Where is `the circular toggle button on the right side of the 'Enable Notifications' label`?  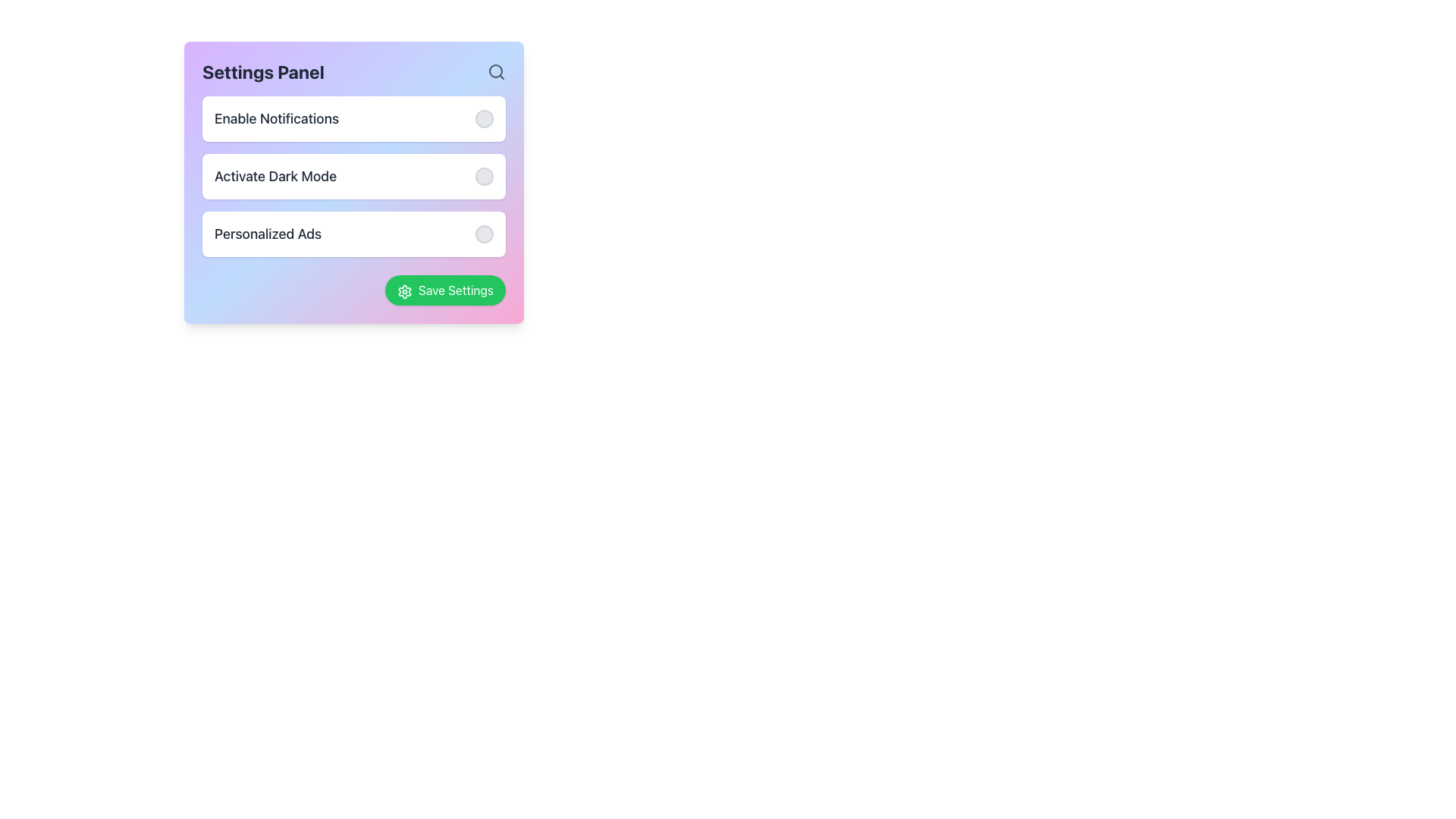
the circular toggle button on the right side of the 'Enable Notifications' label is located at coordinates (483, 118).